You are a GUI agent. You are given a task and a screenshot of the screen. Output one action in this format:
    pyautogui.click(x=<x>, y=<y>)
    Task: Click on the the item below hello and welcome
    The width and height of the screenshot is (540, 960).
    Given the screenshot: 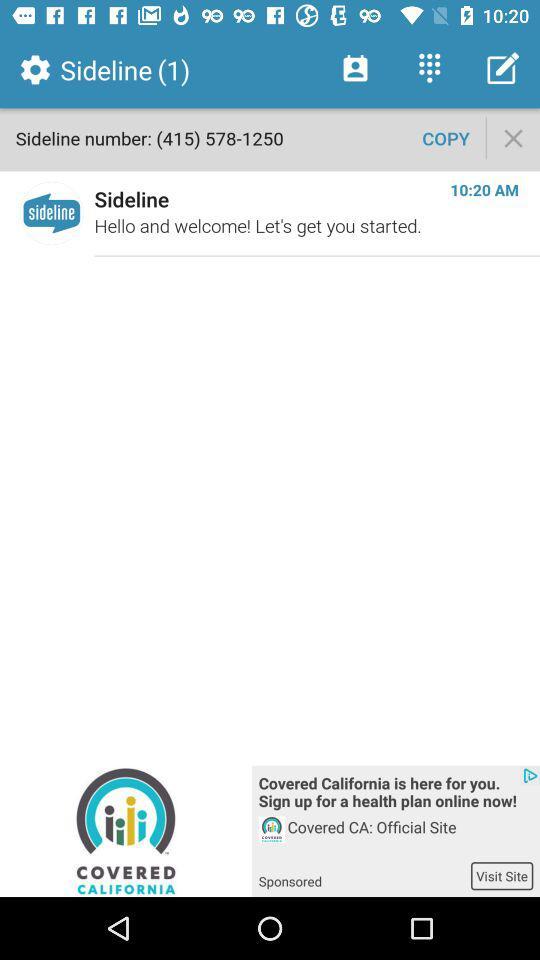 What is the action you would take?
    pyautogui.click(x=395, y=794)
    